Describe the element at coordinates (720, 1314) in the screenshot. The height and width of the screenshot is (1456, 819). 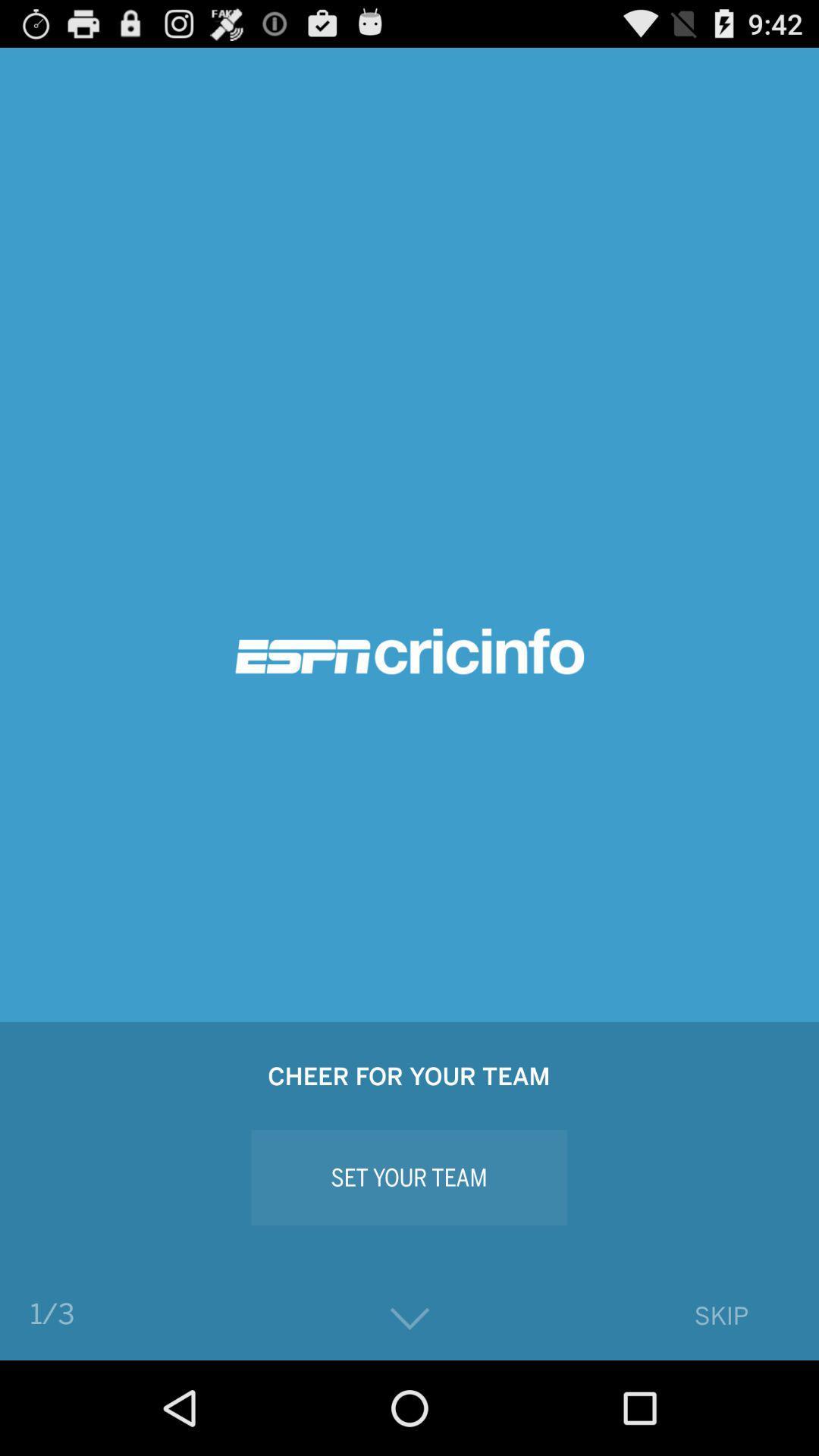
I see `the skip` at that location.